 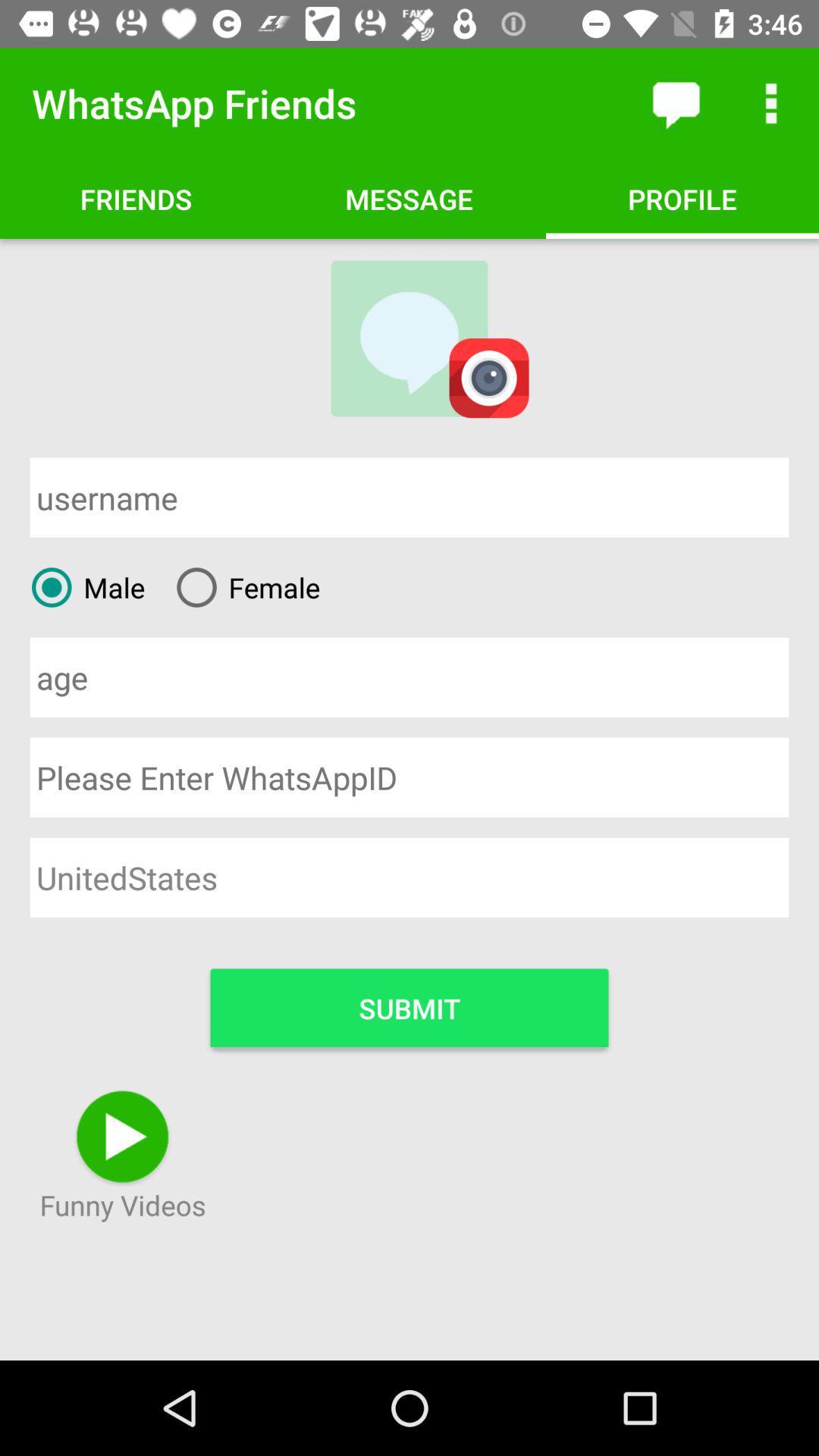 What do you see at coordinates (675, 102) in the screenshot?
I see `direct message` at bounding box center [675, 102].